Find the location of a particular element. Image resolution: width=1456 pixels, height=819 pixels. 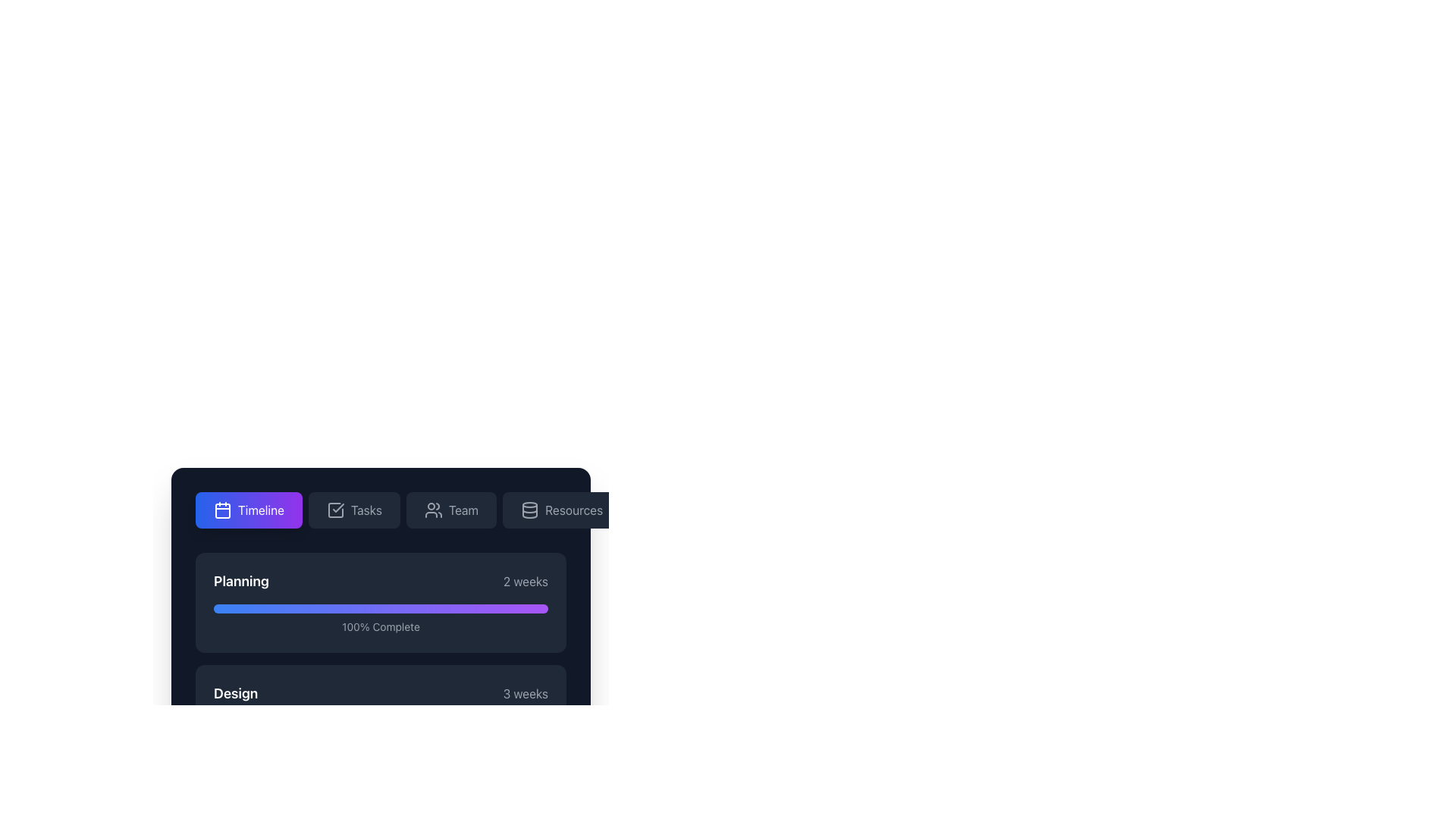

the 'Tasks' navigation option in the middle section of the navigation bar, which is the second item from the left and includes a checkbox icon is located at coordinates (366, 510).